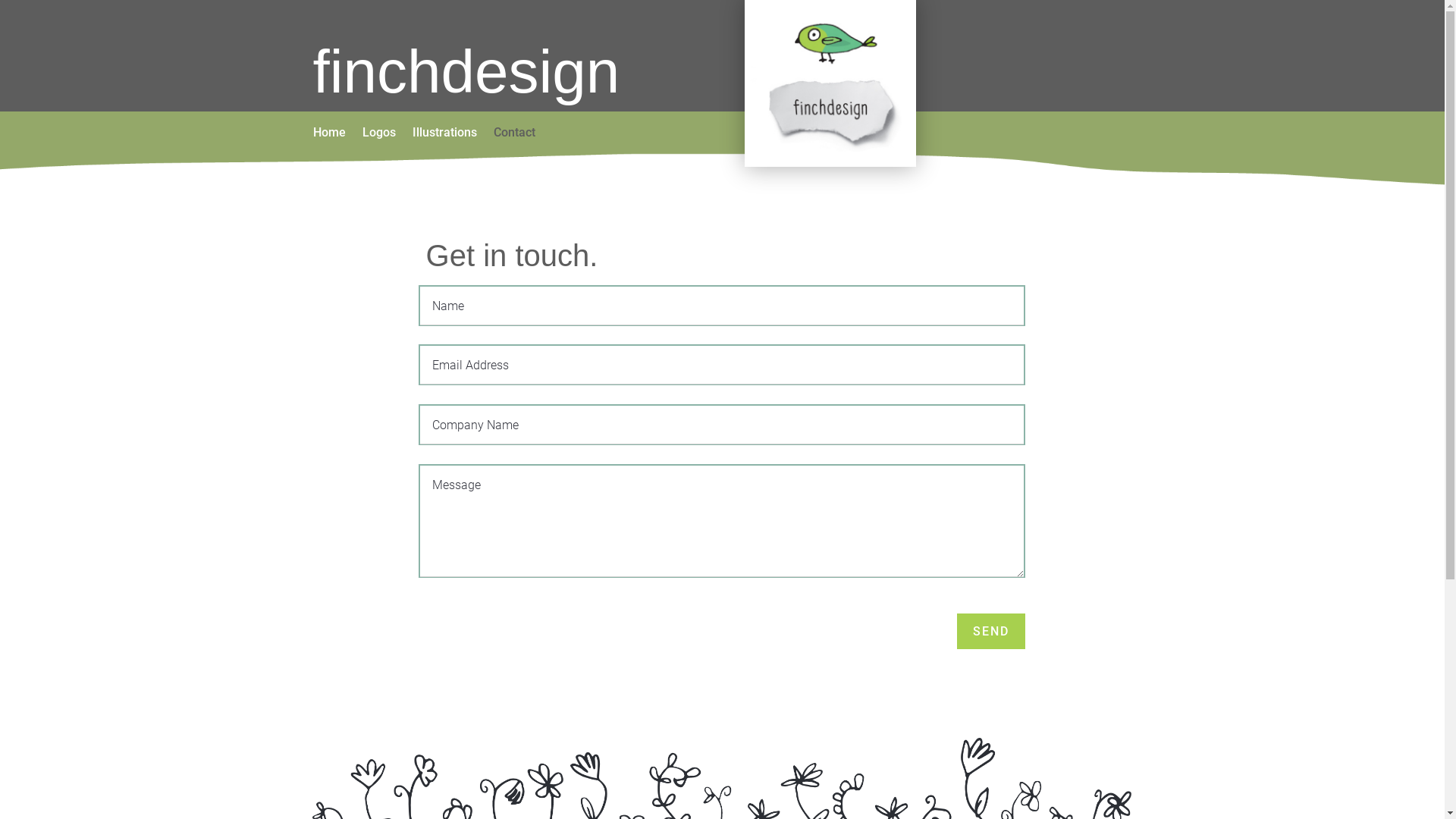  Describe the element at coordinates (444, 134) in the screenshot. I see `'Illustrations'` at that location.